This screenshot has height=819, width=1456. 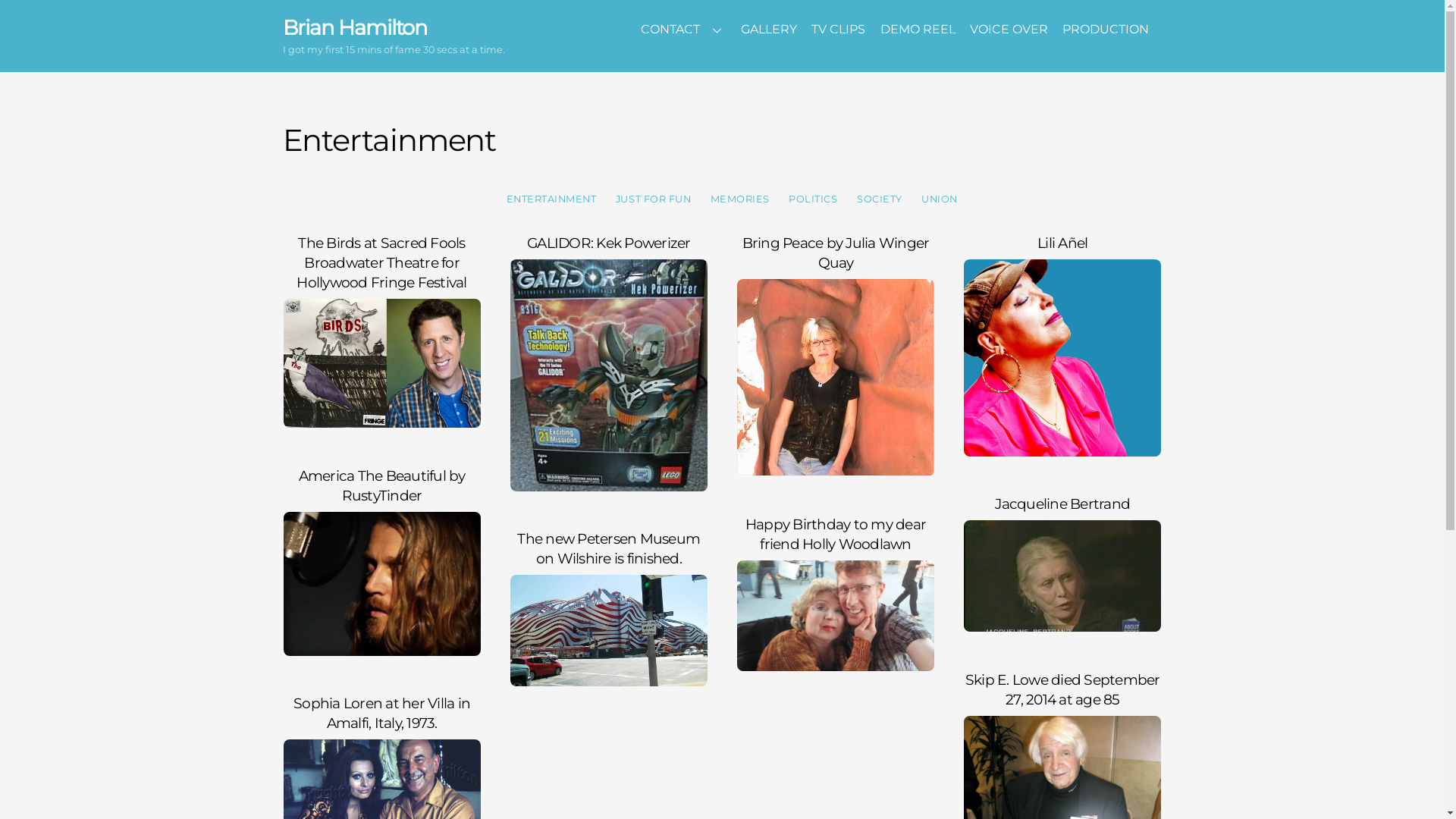 What do you see at coordinates (739, 198) in the screenshot?
I see `'MEMORIES'` at bounding box center [739, 198].